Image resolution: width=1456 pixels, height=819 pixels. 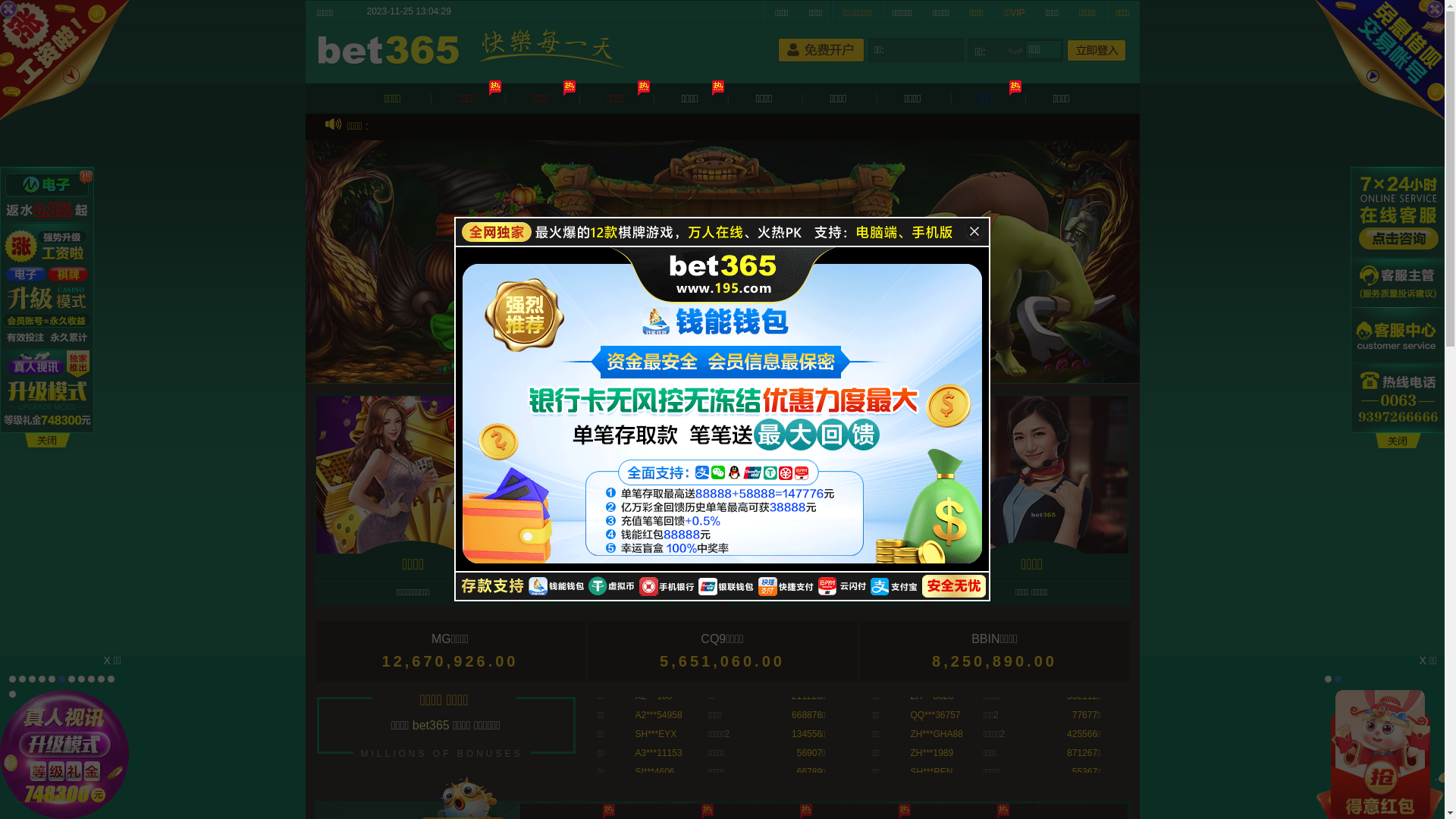 What do you see at coordinates (77, 678) in the screenshot?
I see `'8'` at bounding box center [77, 678].